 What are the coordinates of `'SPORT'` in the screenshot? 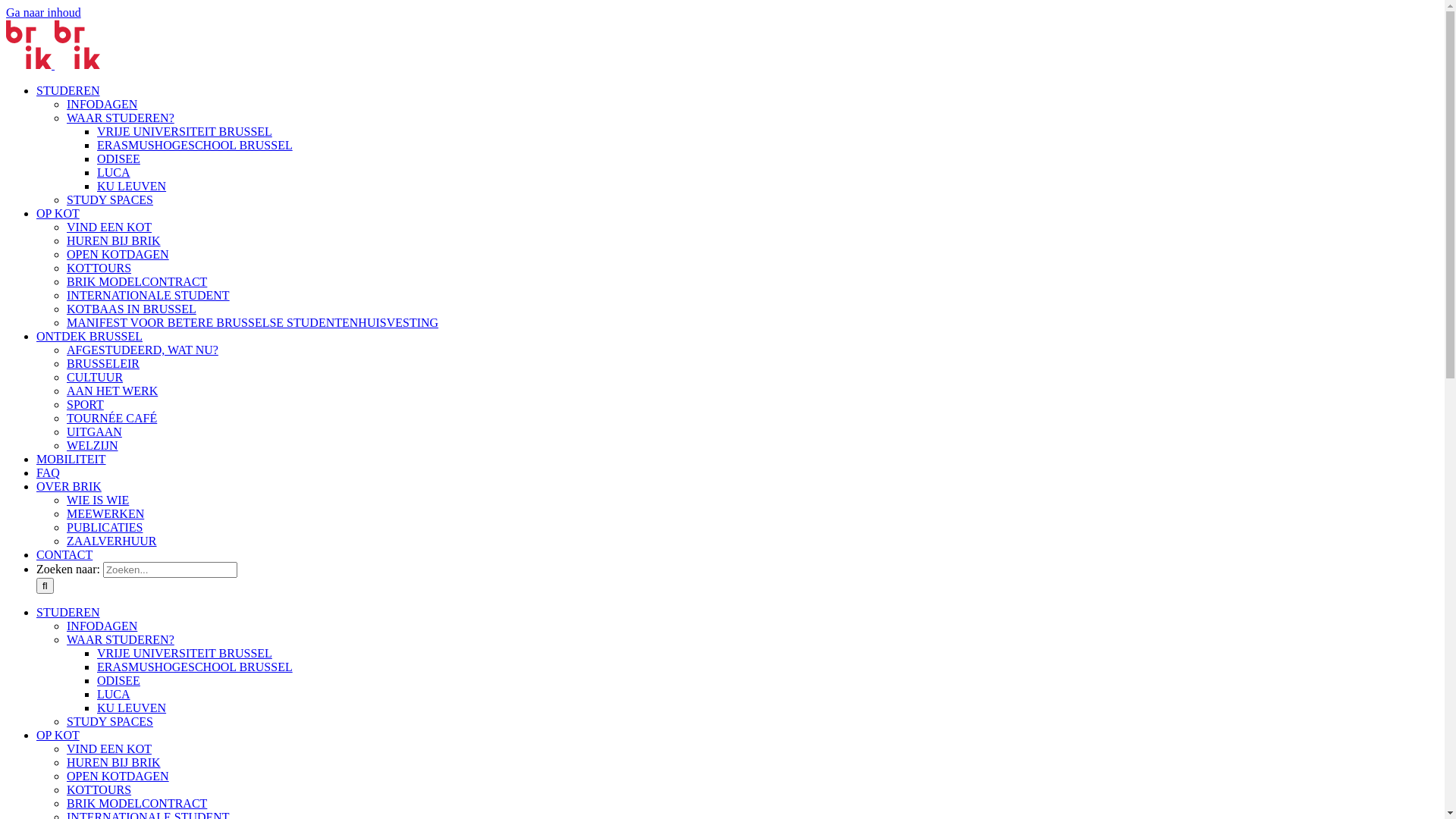 It's located at (84, 403).